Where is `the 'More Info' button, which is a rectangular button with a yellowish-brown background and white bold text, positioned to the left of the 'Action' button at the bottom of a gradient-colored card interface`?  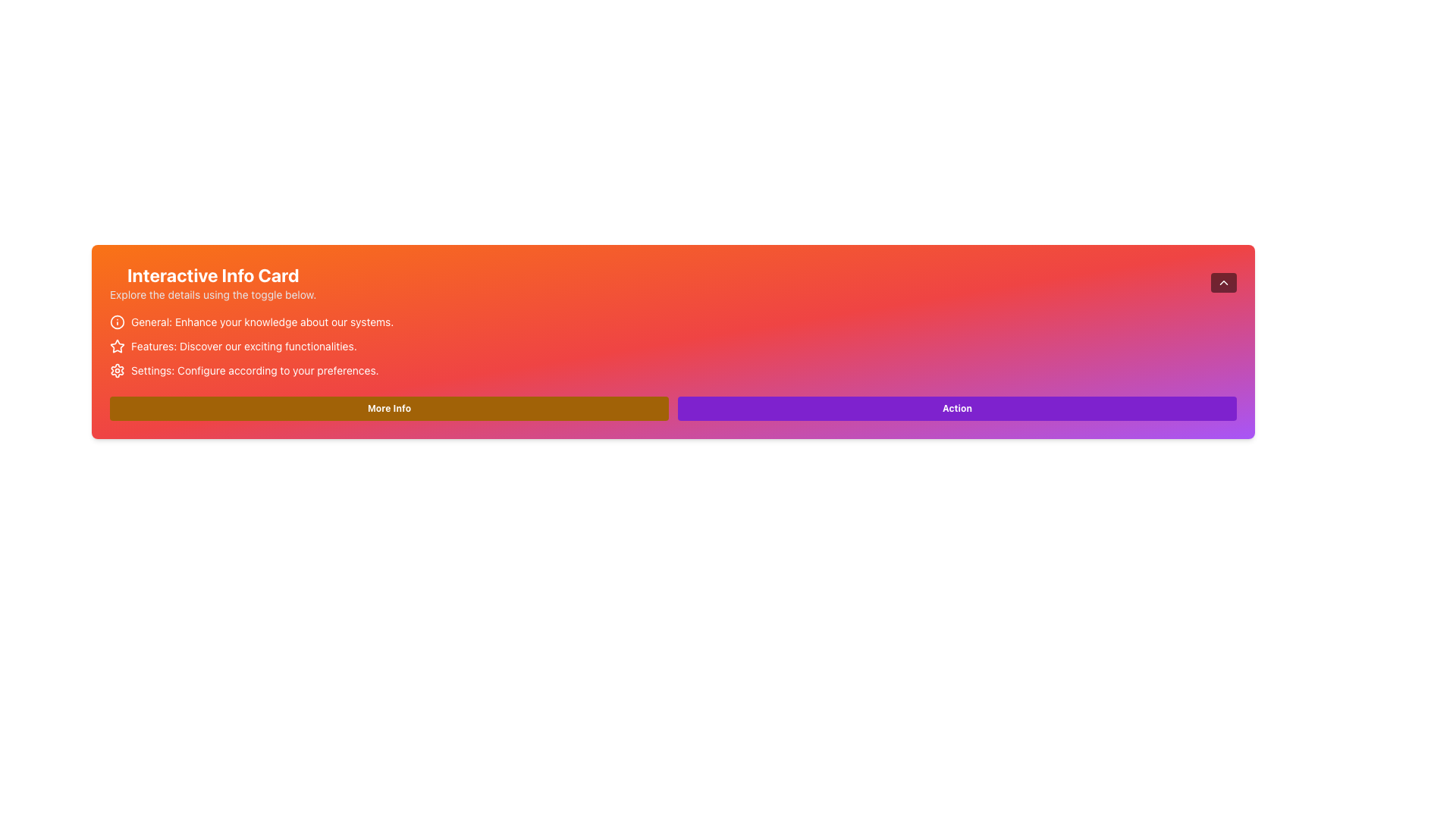
the 'More Info' button, which is a rectangular button with a yellowish-brown background and white bold text, positioned to the left of the 'Action' button at the bottom of a gradient-colored card interface is located at coordinates (389, 408).